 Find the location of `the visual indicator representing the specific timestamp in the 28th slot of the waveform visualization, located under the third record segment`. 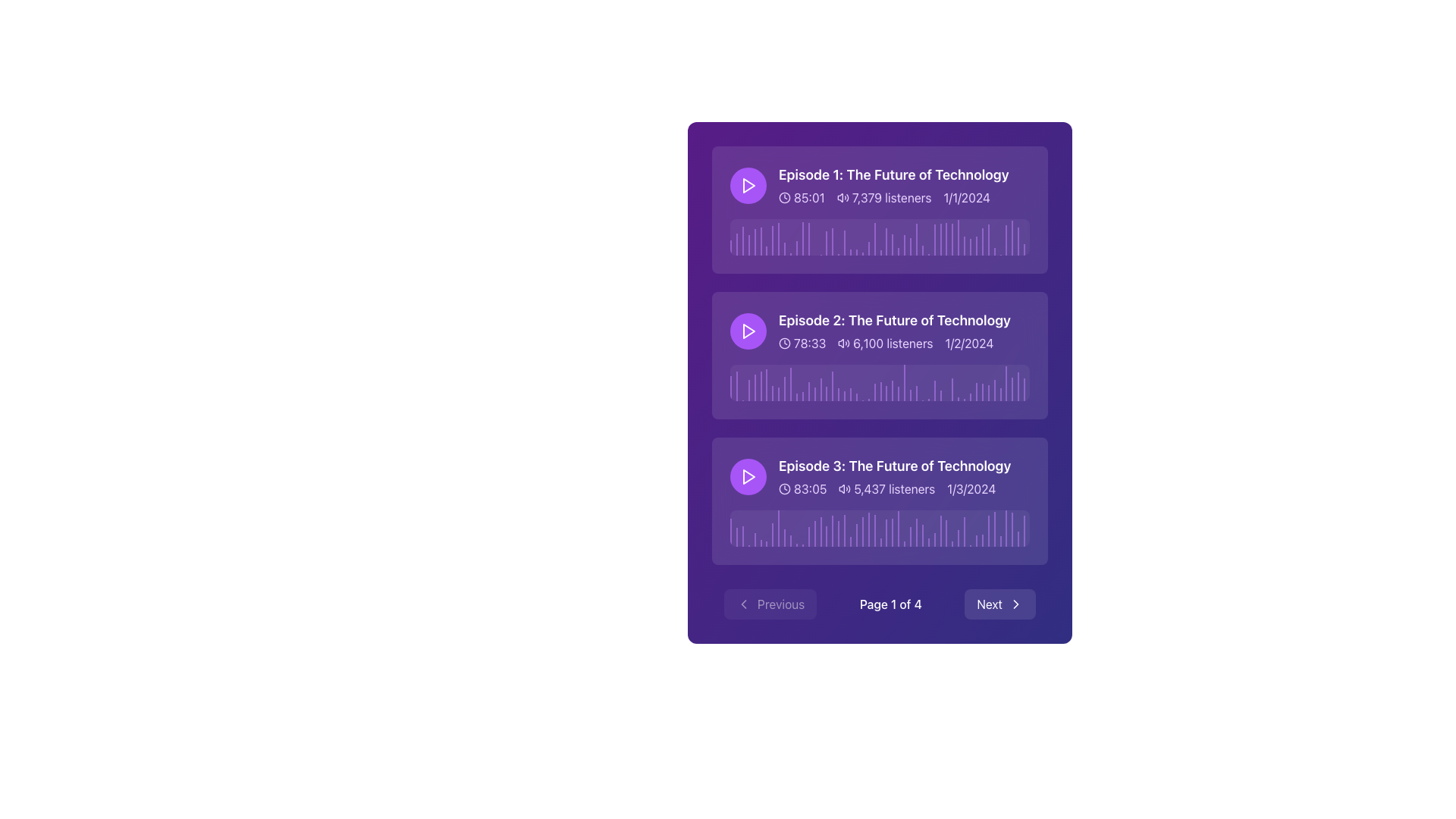

the visual indicator representing the specific timestamp in the 28th slot of the waveform visualization, located under the third record segment is located at coordinates (868, 529).